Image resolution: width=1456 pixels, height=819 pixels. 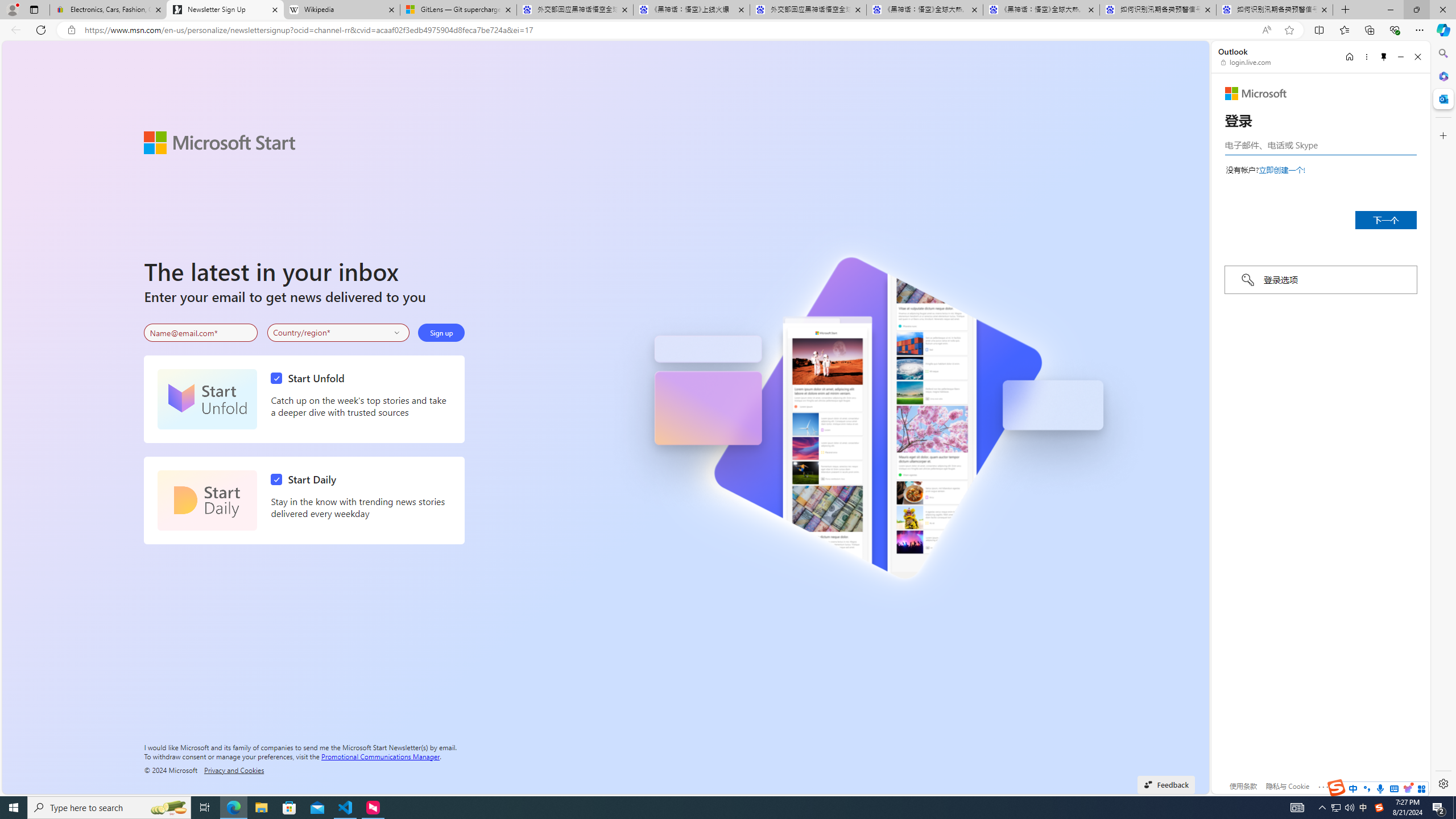 What do you see at coordinates (200, 333) in the screenshot?
I see `'Enter your email'` at bounding box center [200, 333].